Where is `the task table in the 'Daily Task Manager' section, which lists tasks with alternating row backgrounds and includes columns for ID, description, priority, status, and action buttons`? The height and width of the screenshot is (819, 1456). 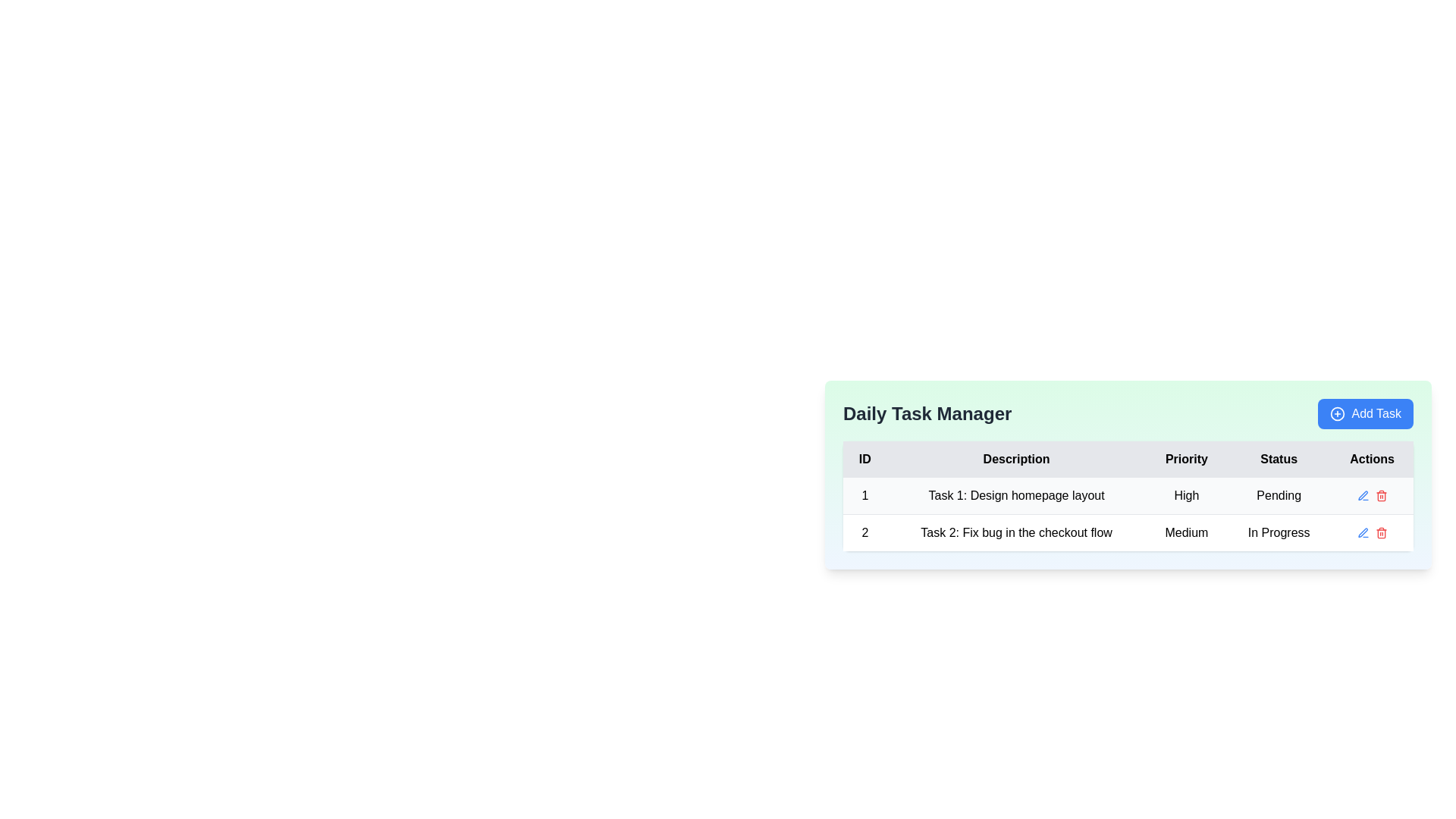
the task table in the 'Daily Task Manager' section, which lists tasks with alternating row backgrounds and includes columns for ID, description, priority, status, and action buttons is located at coordinates (1128, 513).